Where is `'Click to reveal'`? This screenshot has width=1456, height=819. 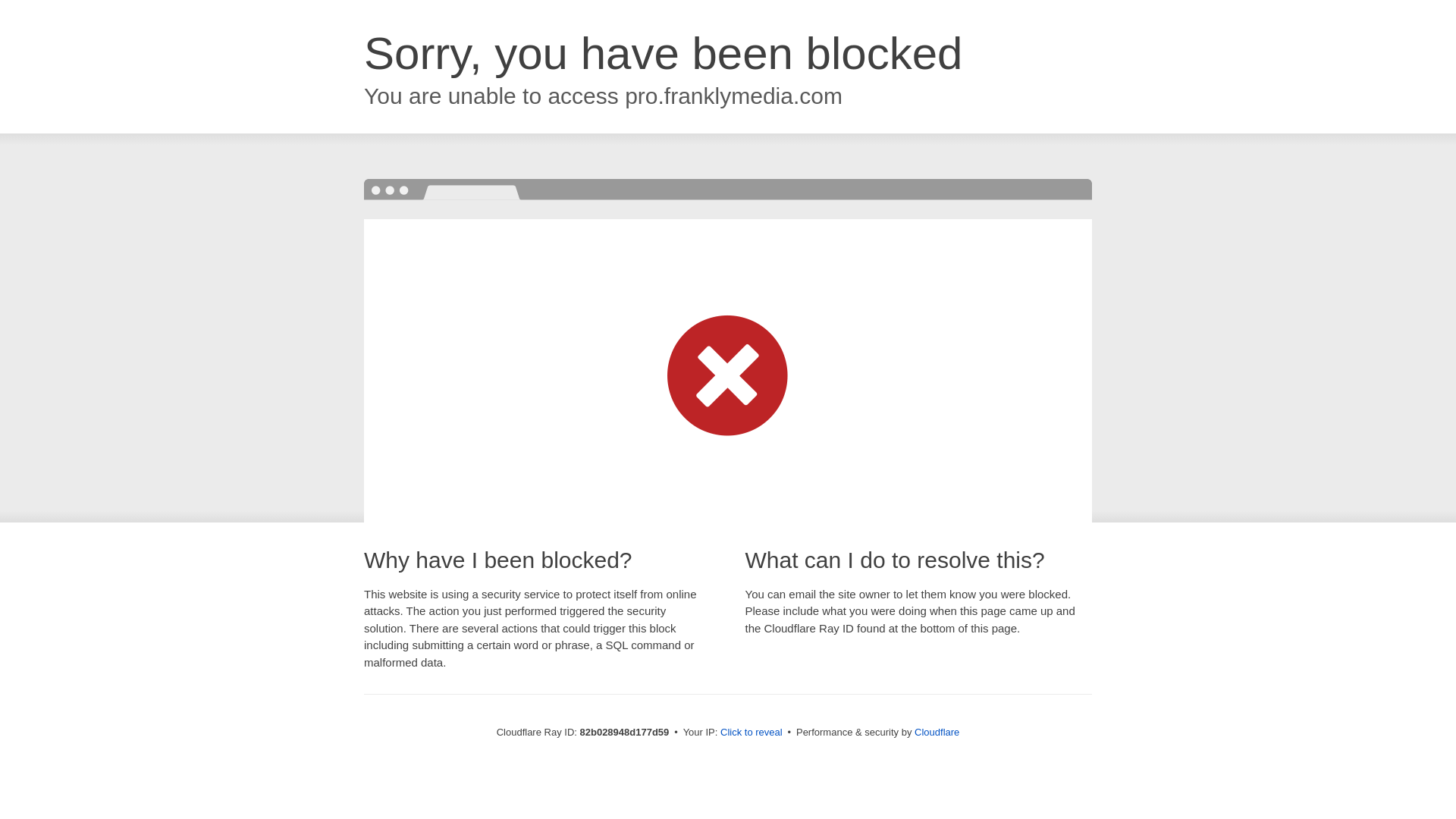 'Click to reveal' is located at coordinates (751, 731).